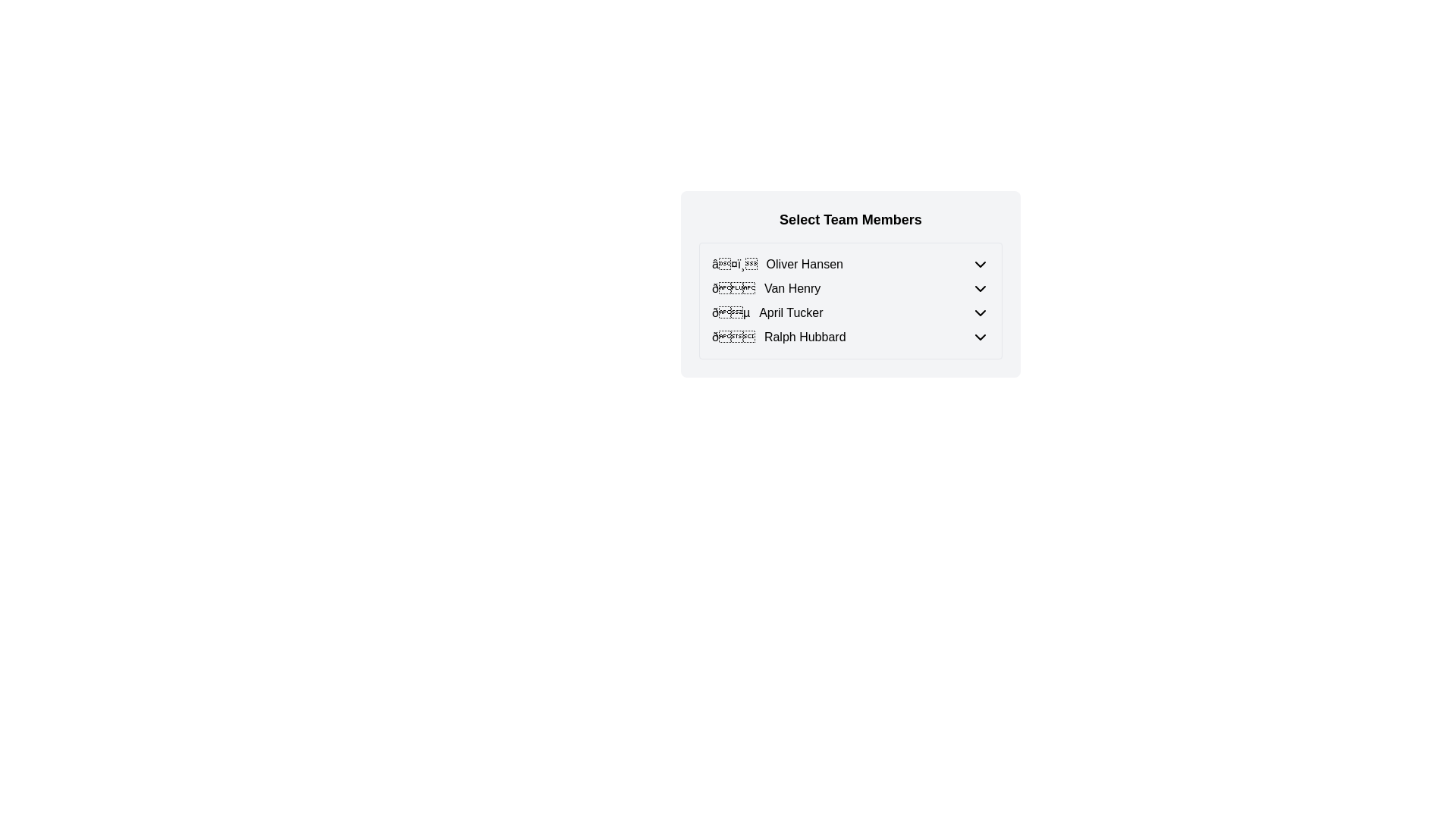 Image resolution: width=1456 pixels, height=819 pixels. What do you see at coordinates (790, 312) in the screenshot?
I see `text content of the label 'April Tucker' which is located in the third row of a vertical list of team members` at bounding box center [790, 312].